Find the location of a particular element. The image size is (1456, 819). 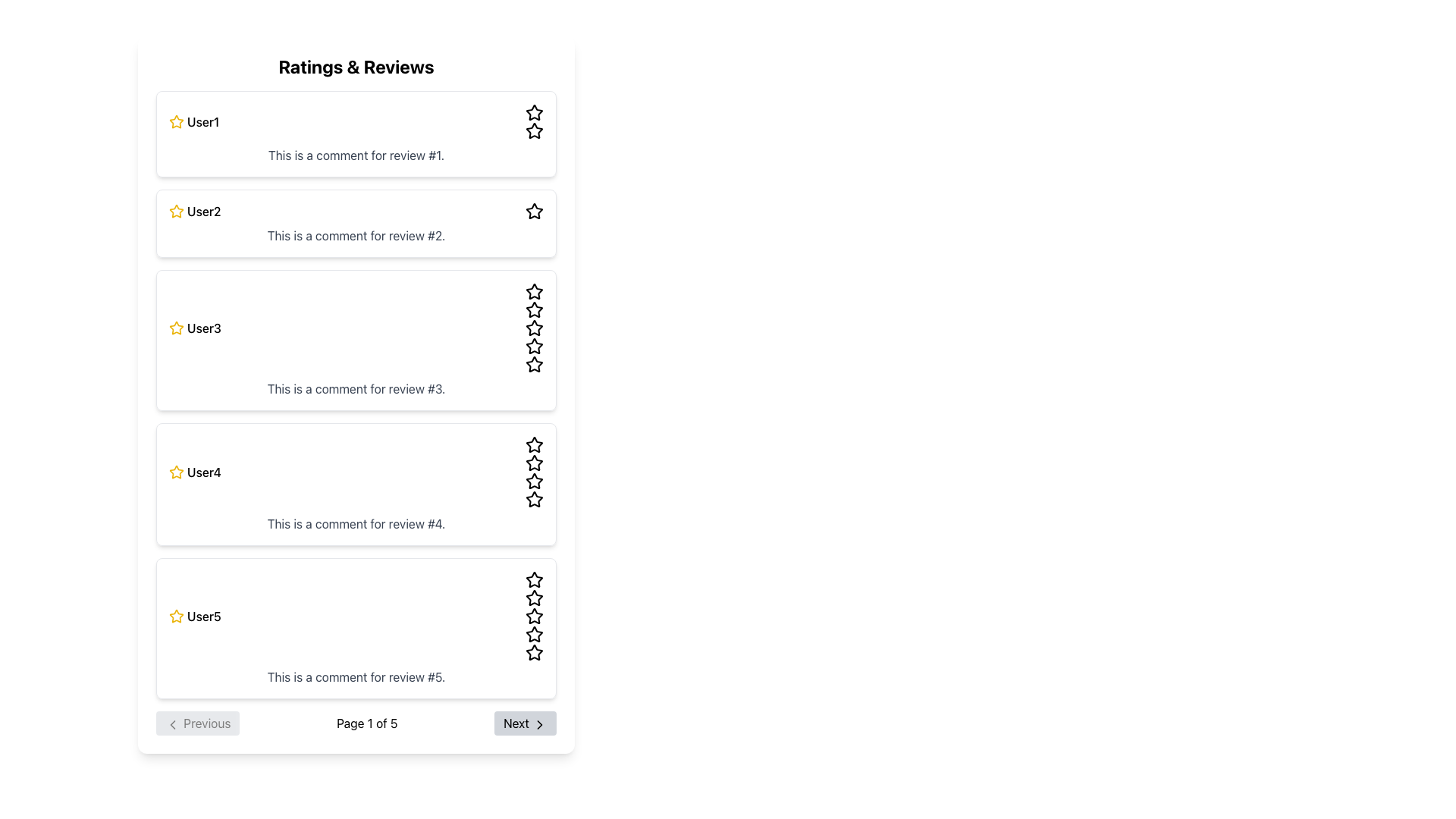

the button that navigates to the previous page, located at the bottom of the page to the left of 'Page 1 of 5' and 'Next', to trigger hover effects is located at coordinates (197, 722).